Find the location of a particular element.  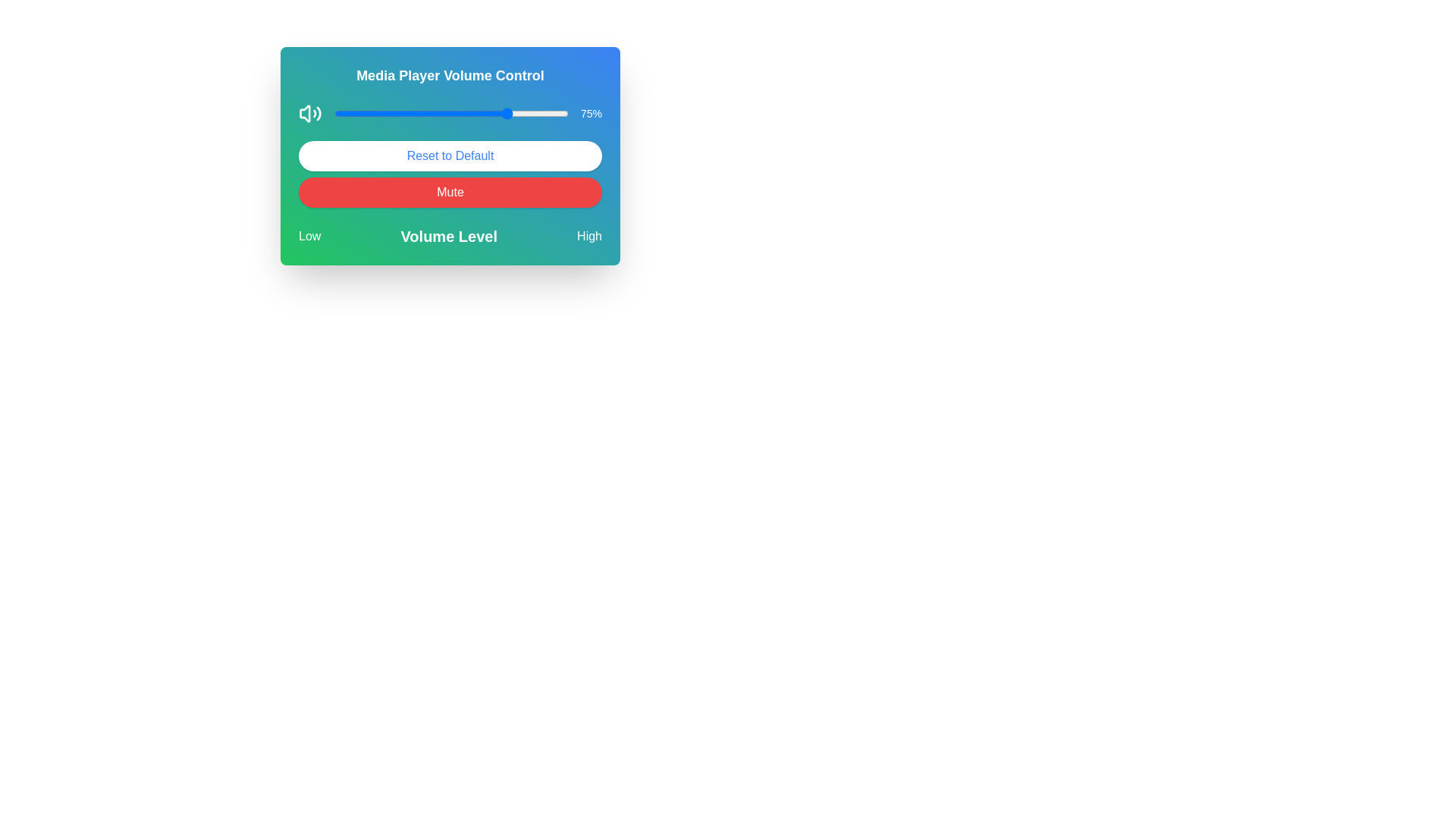

the volume is located at coordinates (531, 113).